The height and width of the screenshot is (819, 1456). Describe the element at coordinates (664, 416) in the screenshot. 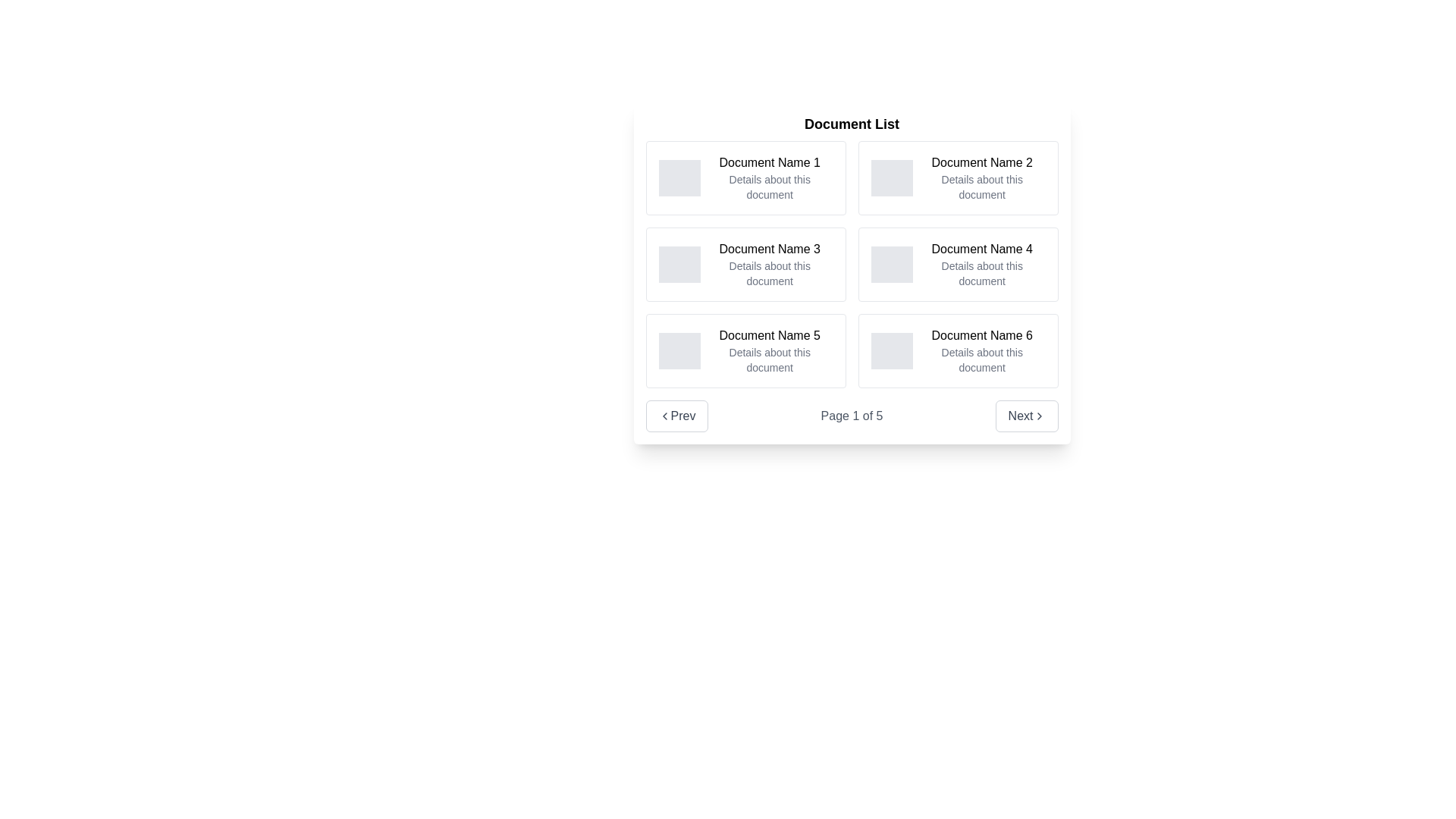

I see `the left-pointing chevron icon inside the 'Prev' button at the bottom left corner of the document list interface` at that location.